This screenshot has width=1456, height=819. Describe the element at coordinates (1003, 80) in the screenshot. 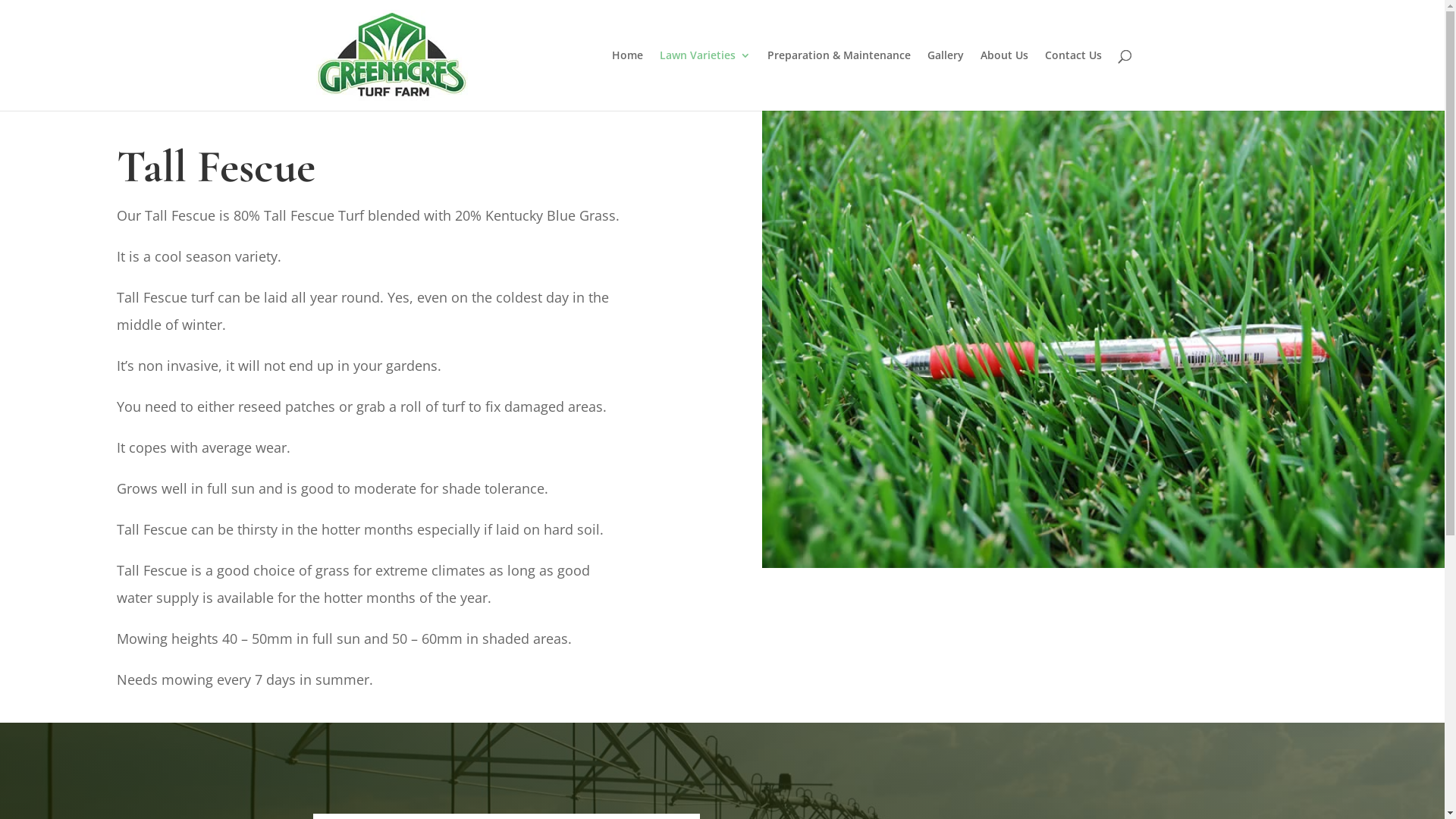

I see `'About Us'` at that location.